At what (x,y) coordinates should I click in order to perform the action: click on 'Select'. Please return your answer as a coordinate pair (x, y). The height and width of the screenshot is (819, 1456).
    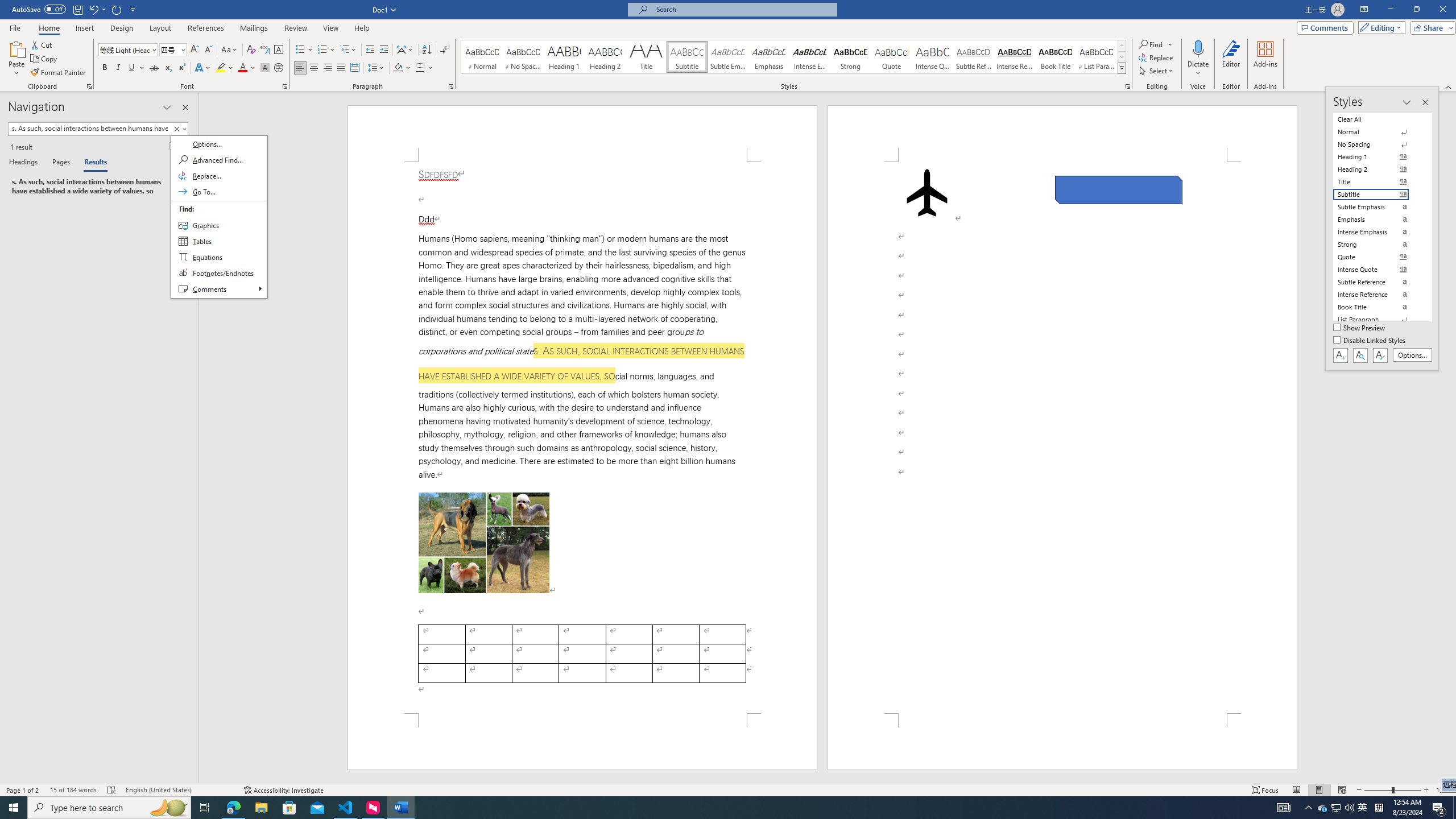
    Looking at the image, I should click on (1157, 69).